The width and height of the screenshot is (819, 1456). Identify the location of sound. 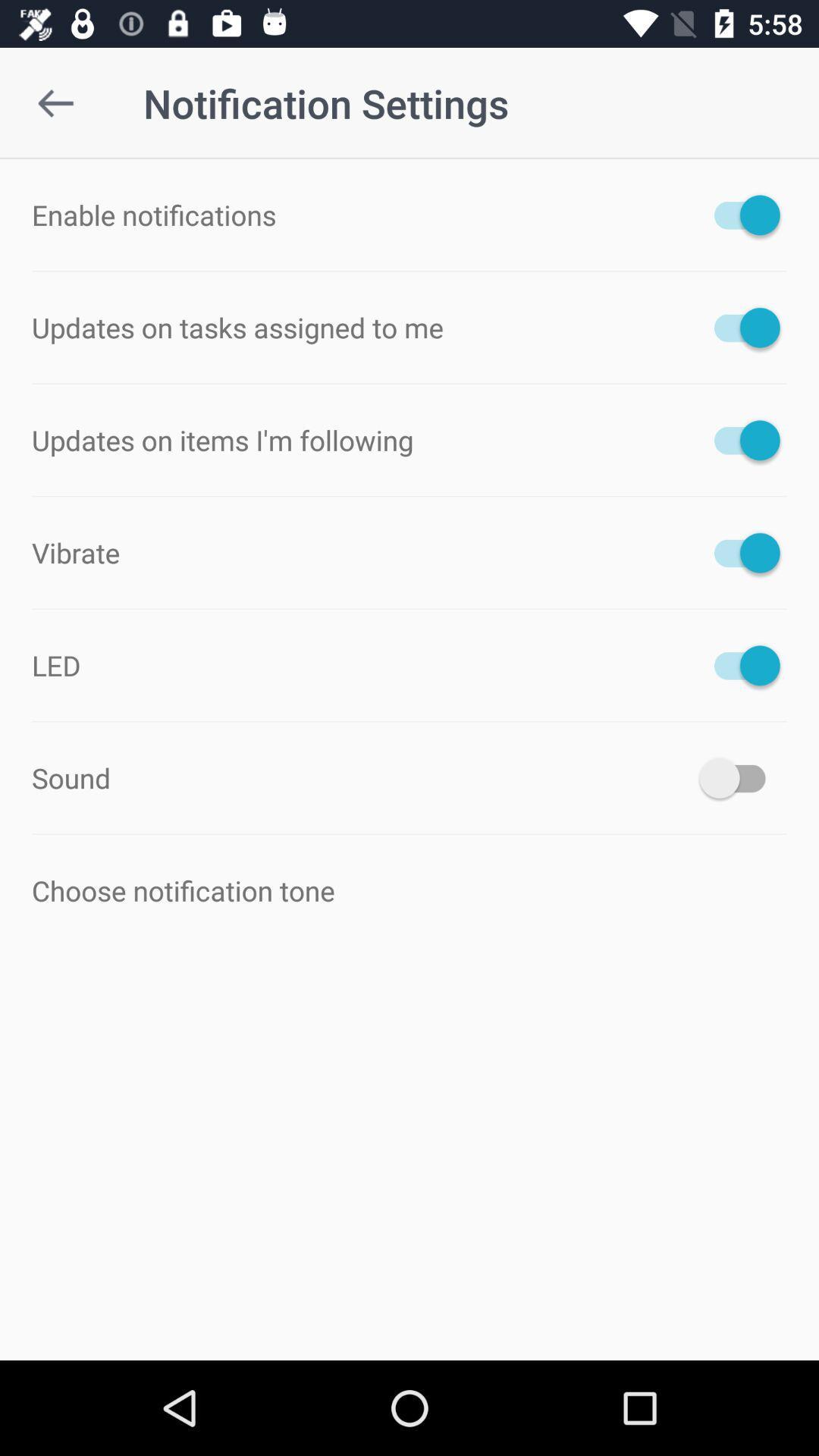
(739, 778).